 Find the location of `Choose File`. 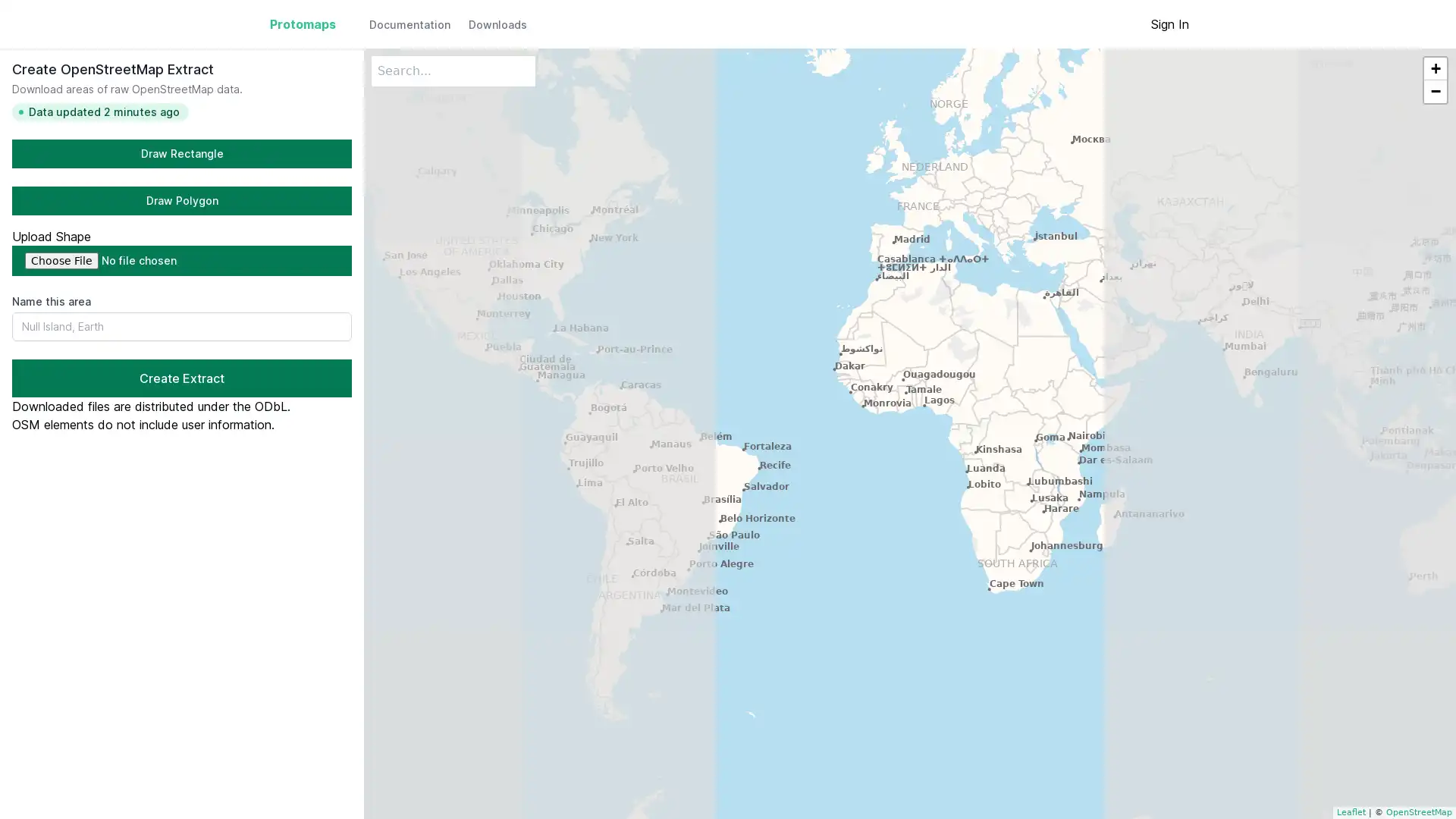

Choose File is located at coordinates (61, 259).